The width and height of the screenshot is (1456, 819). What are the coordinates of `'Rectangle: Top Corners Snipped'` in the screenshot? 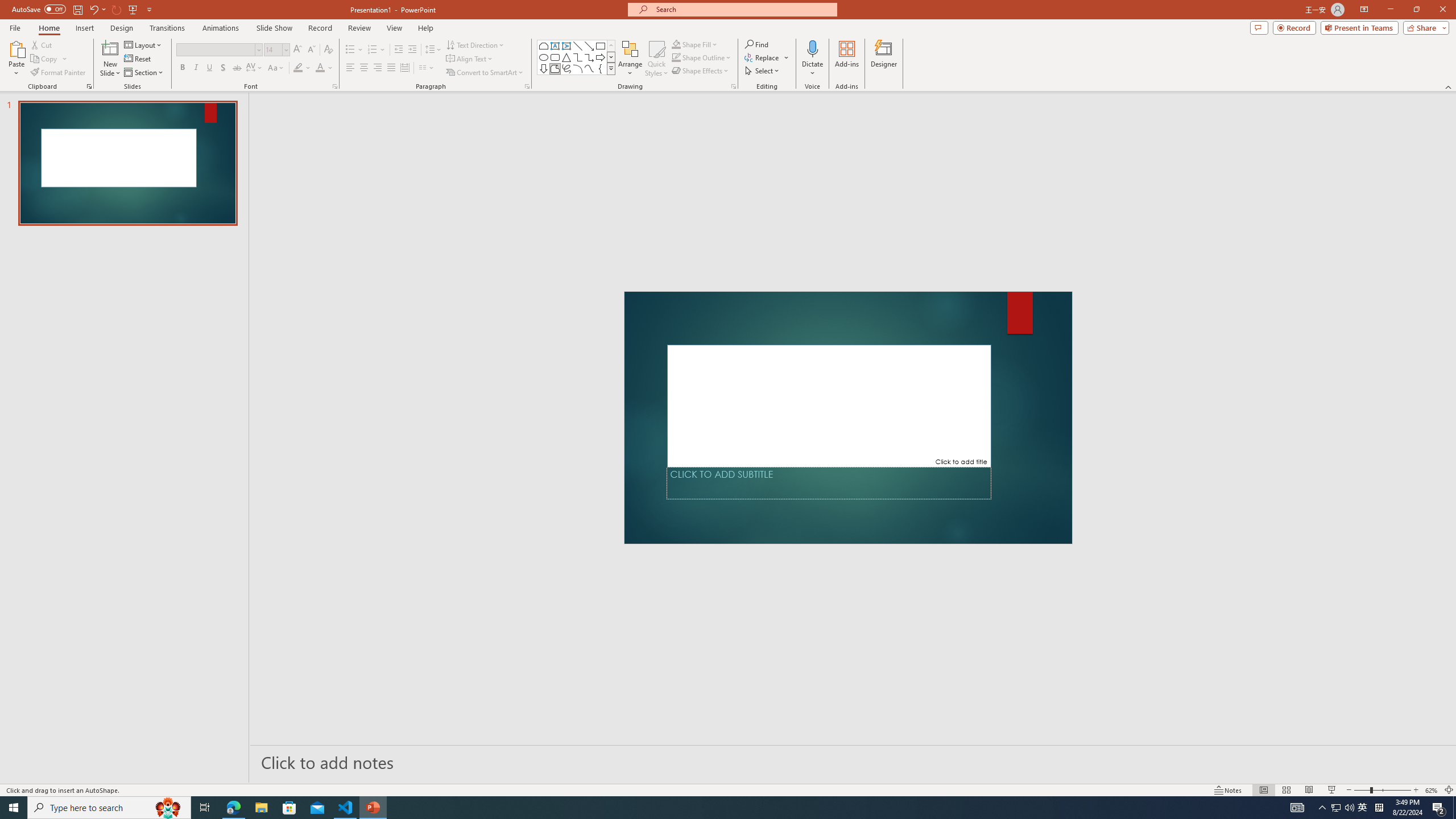 It's located at (543, 45).